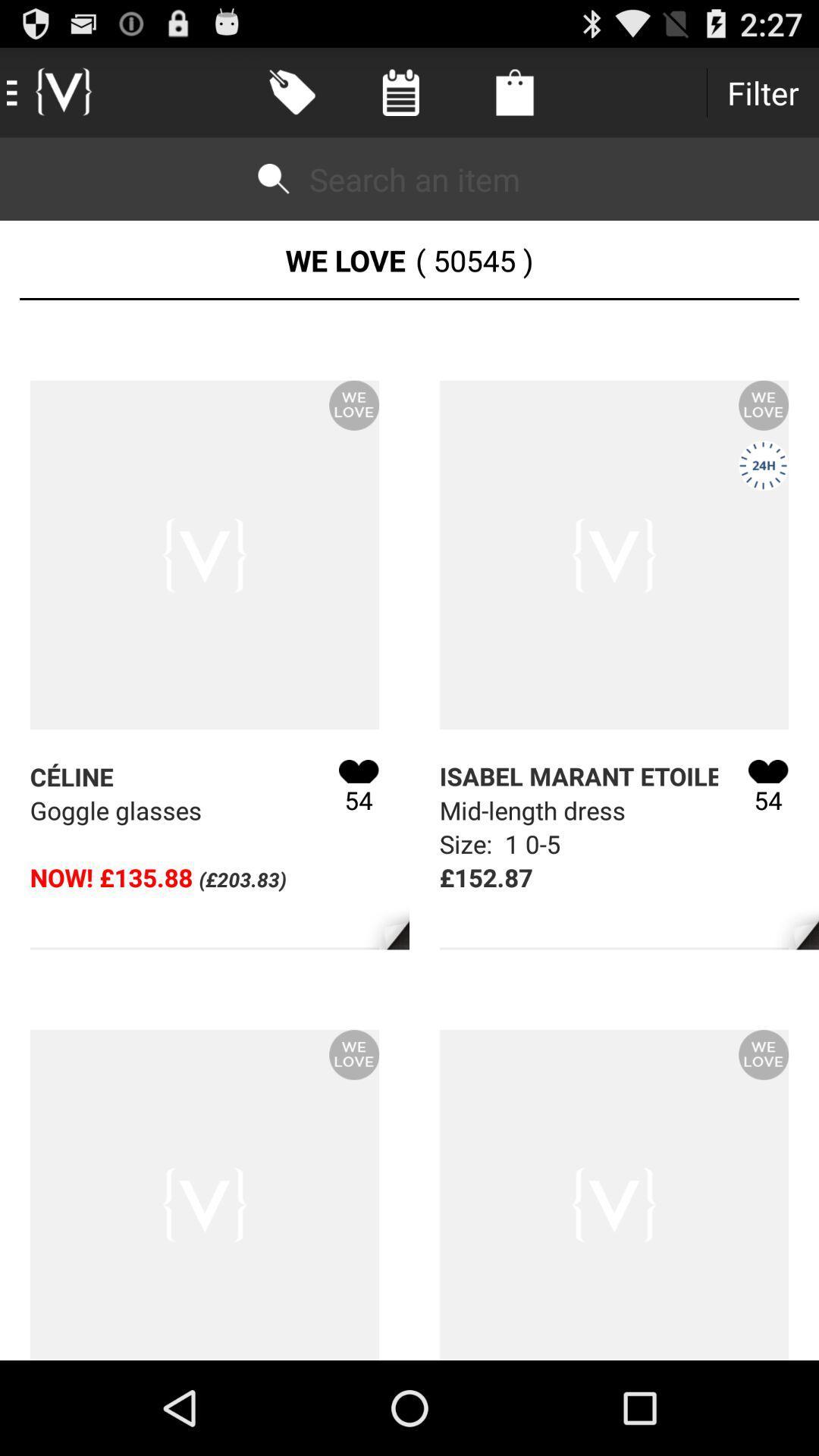 The image size is (819, 1456). I want to click on the 2nd icon to the left side from filter, so click(400, 92).